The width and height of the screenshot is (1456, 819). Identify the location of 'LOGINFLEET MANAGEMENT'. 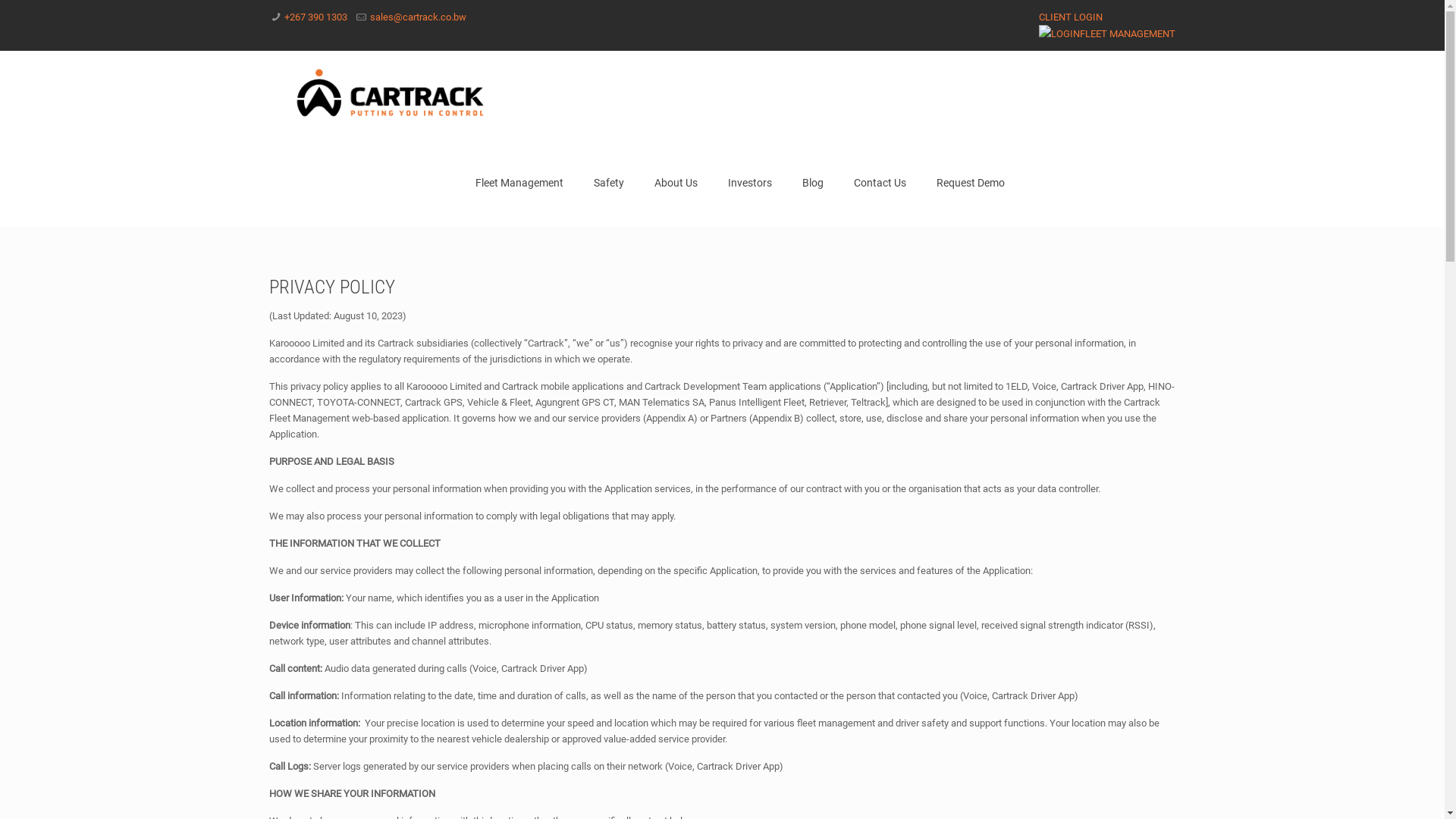
(1037, 33).